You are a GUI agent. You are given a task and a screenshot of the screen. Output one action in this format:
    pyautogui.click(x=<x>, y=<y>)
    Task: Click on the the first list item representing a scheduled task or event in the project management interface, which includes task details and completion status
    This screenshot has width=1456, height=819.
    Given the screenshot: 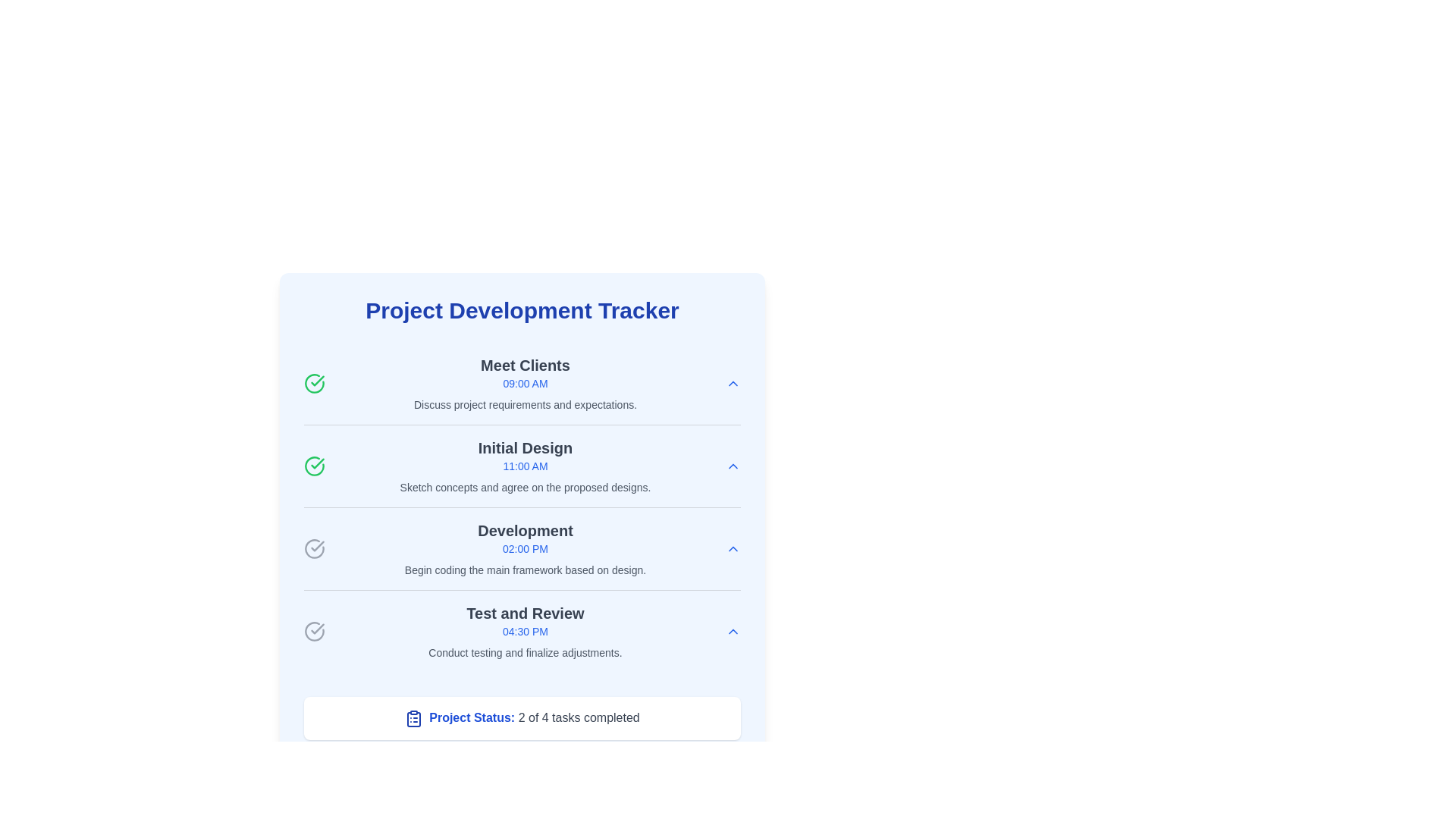 What is the action you would take?
    pyautogui.click(x=522, y=382)
    